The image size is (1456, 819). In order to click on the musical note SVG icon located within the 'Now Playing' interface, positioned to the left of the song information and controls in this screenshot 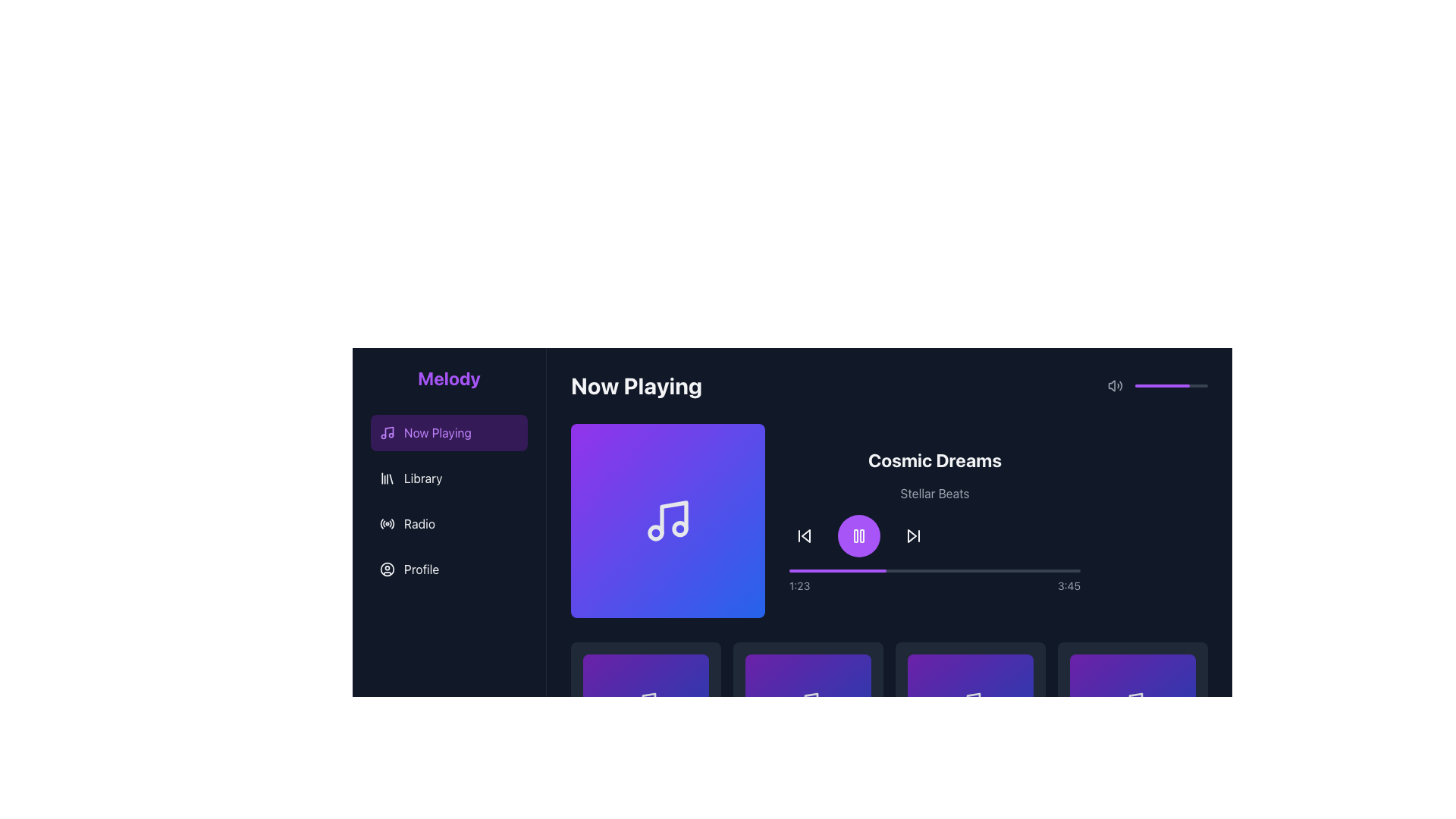, I will do `click(667, 519)`.